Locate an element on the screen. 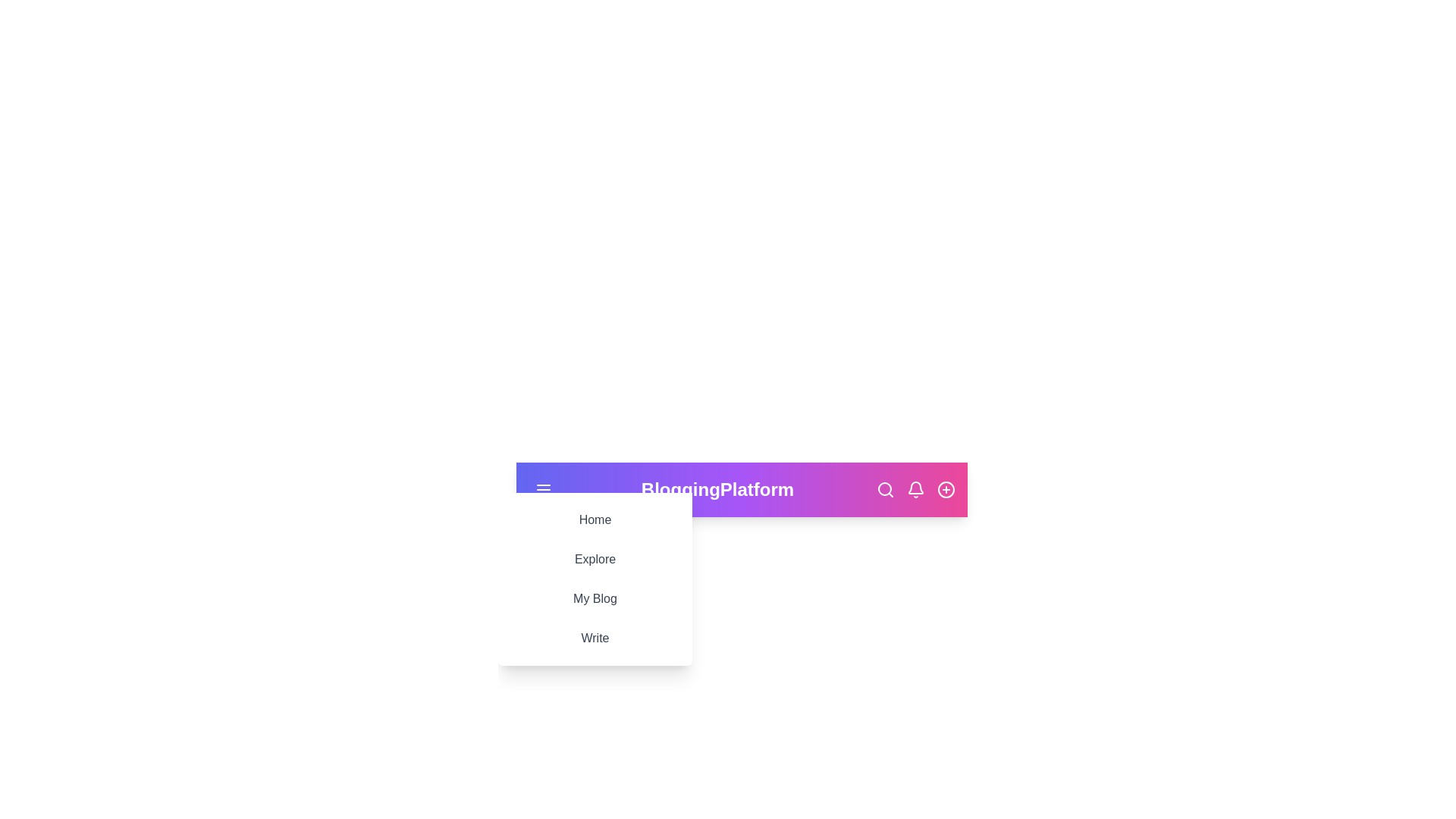  the menu button to toggle the sidebar menu is located at coordinates (543, 489).